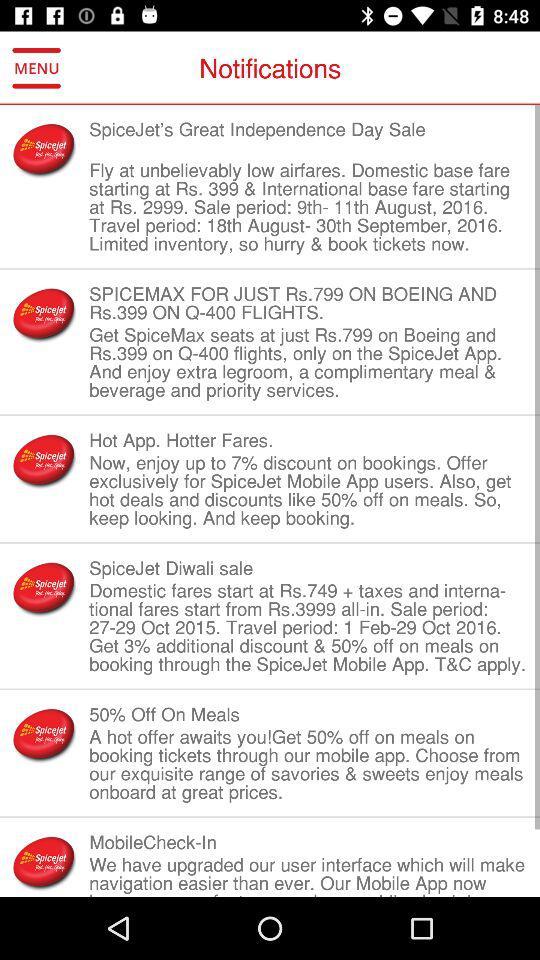 This screenshot has width=540, height=960. Describe the element at coordinates (44, 861) in the screenshot. I see `the symbol beside mobilecheckin` at that location.